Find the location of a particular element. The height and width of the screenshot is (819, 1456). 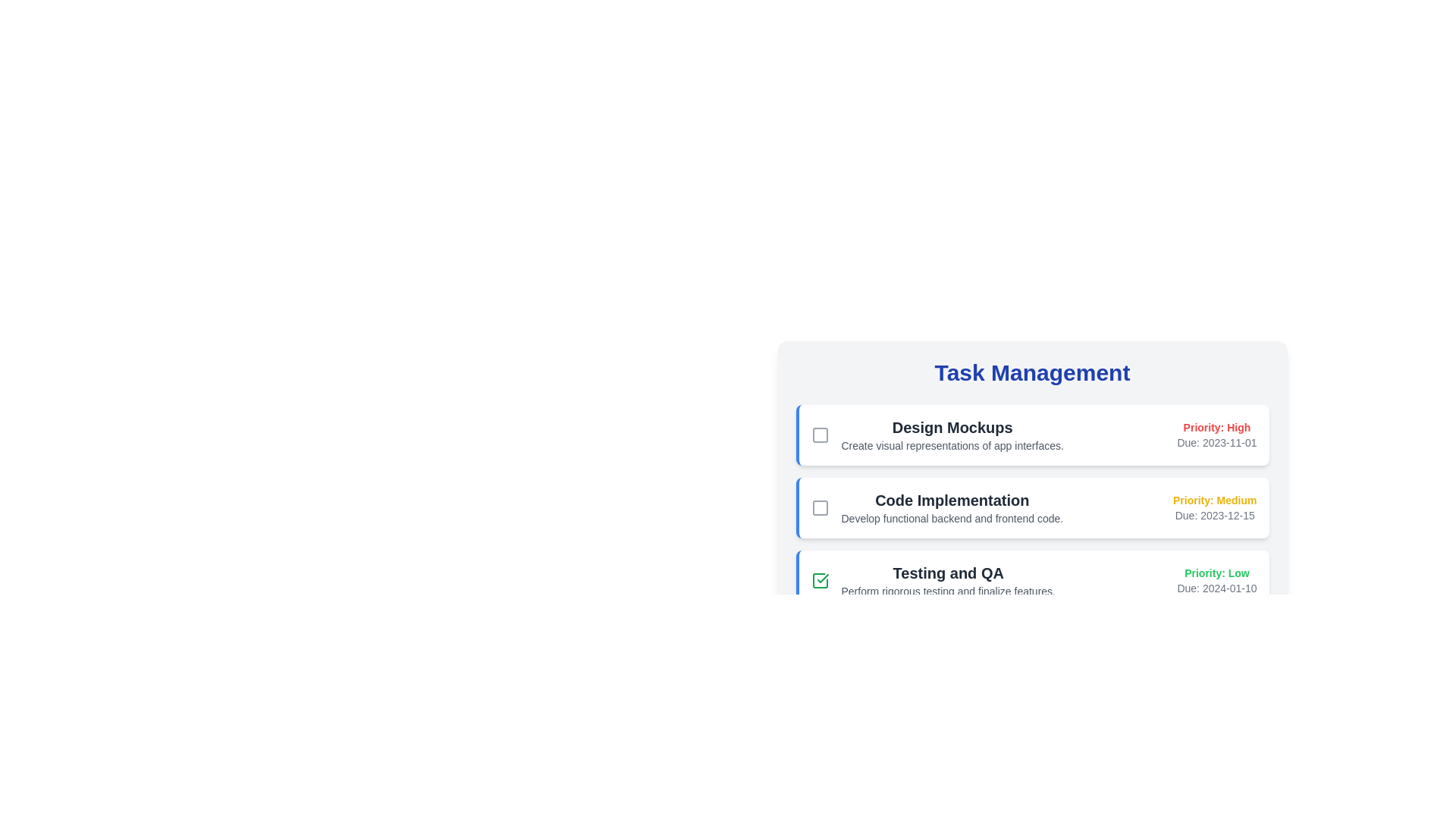

to select or focus on the first task item in the 'Task Management' section, which contains the task titled 'Design Mockups' is located at coordinates (1033, 435).